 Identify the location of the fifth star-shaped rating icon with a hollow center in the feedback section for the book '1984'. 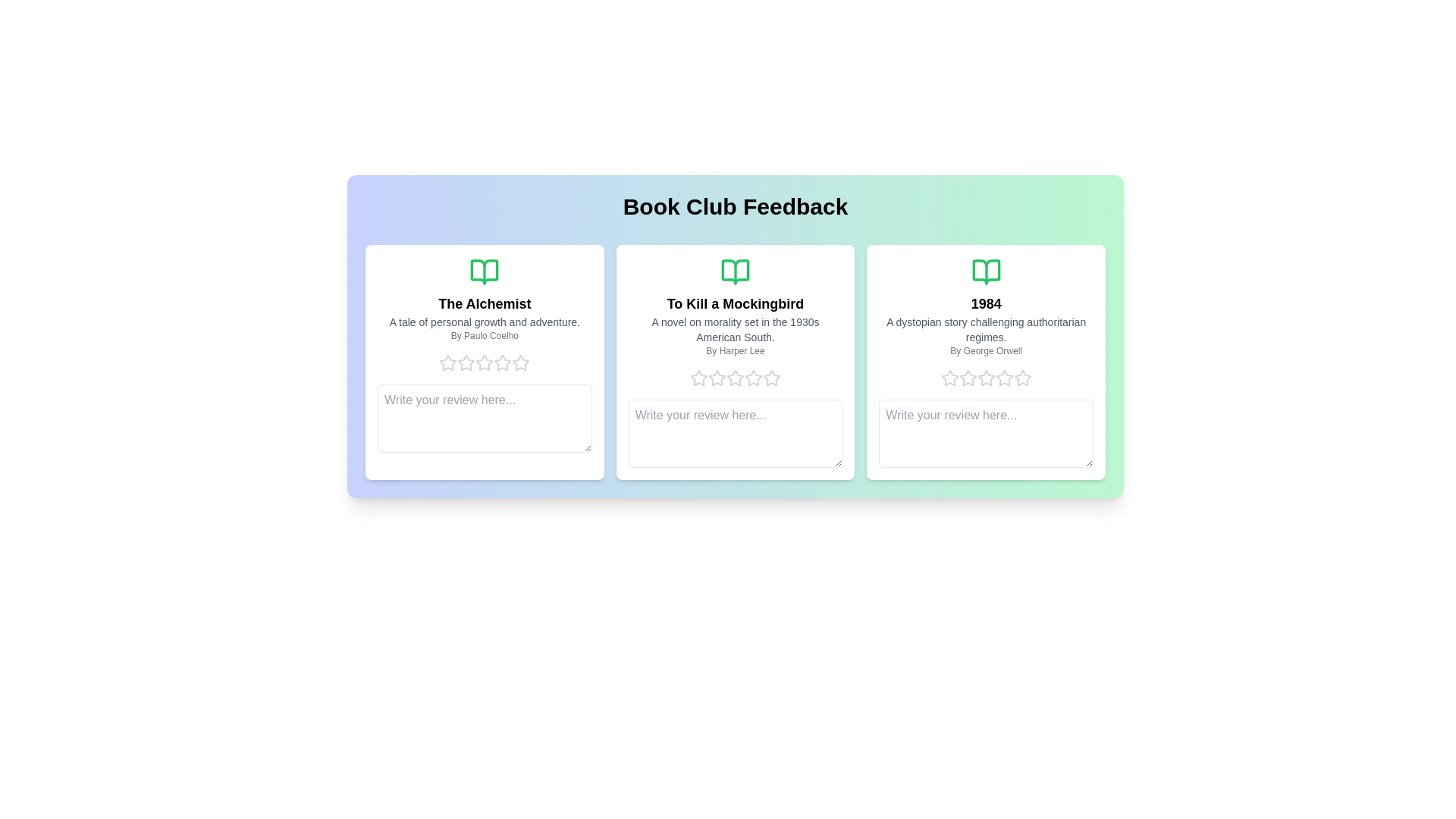
(1004, 377).